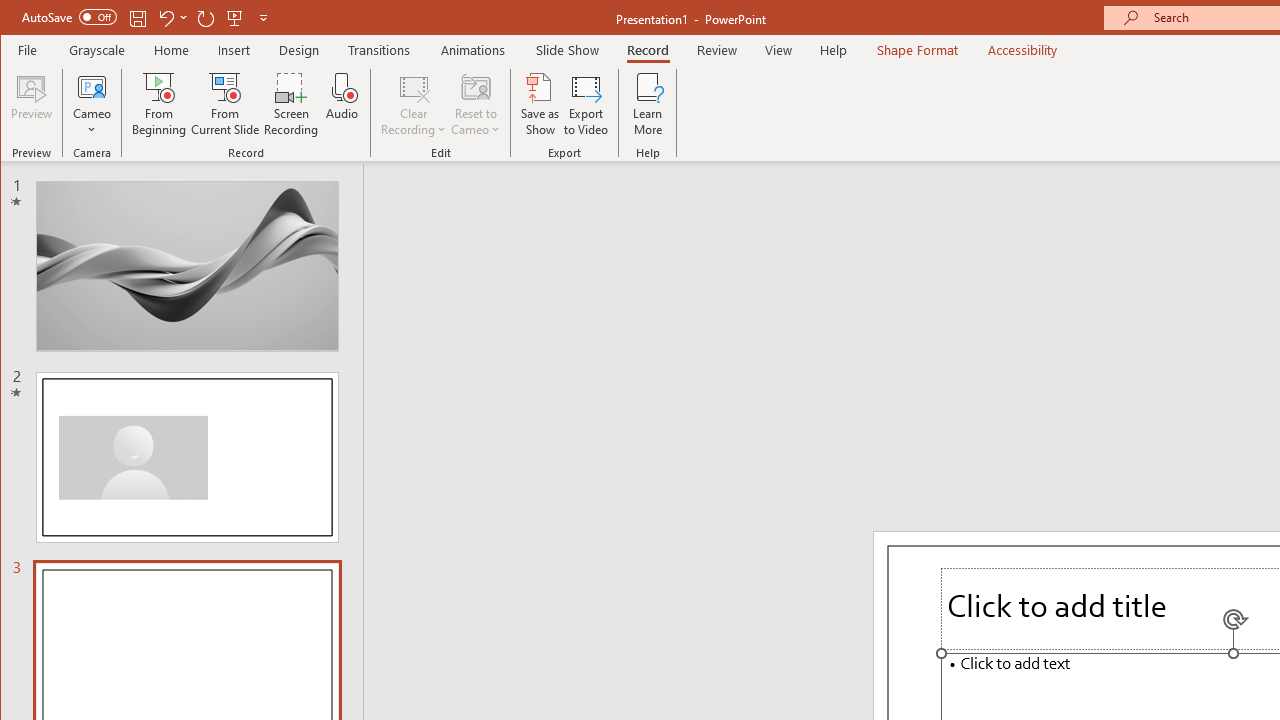  What do you see at coordinates (160, 104) in the screenshot?
I see `'From Beginning...'` at bounding box center [160, 104].